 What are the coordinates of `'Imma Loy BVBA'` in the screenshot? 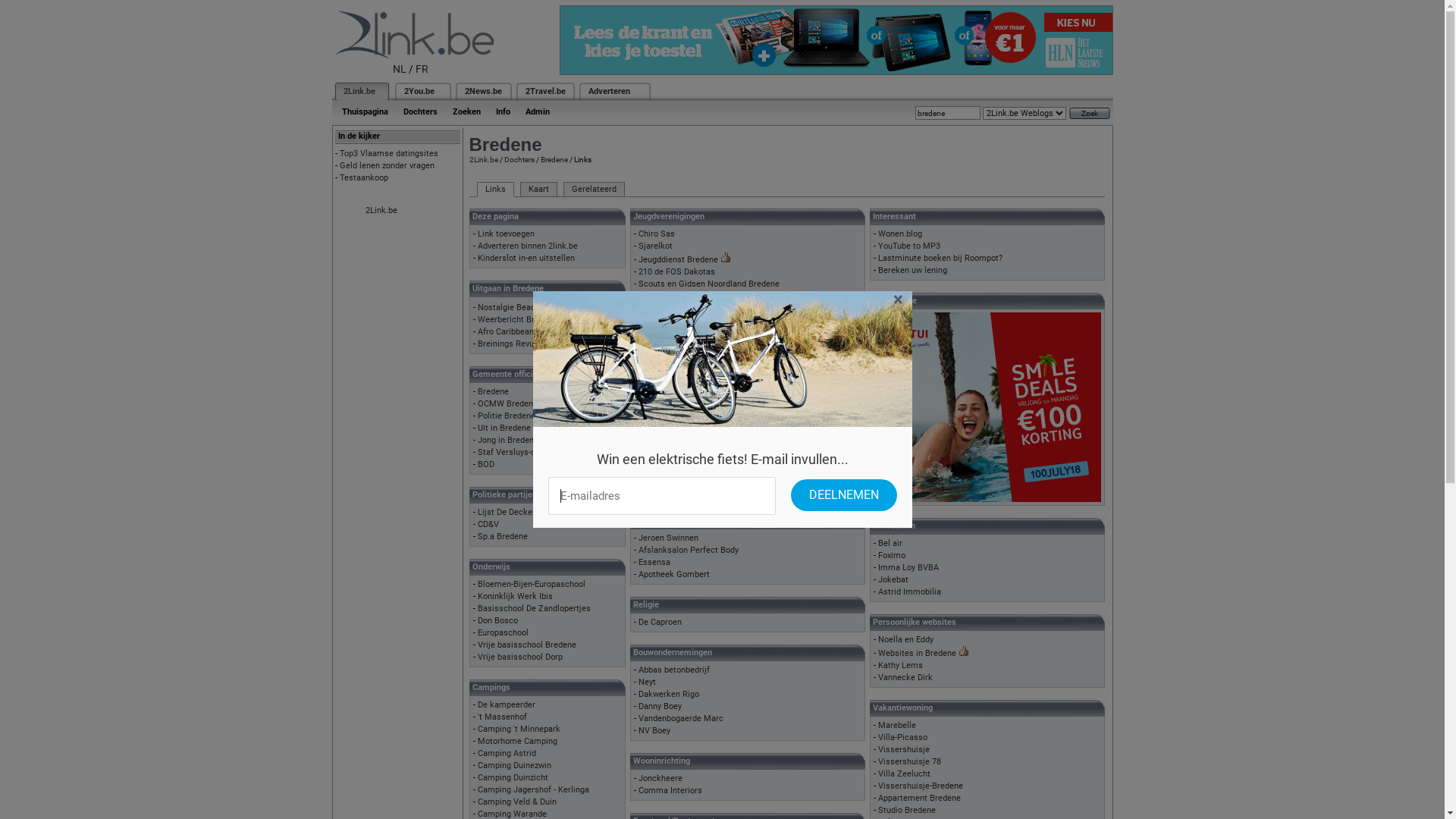 It's located at (908, 567).